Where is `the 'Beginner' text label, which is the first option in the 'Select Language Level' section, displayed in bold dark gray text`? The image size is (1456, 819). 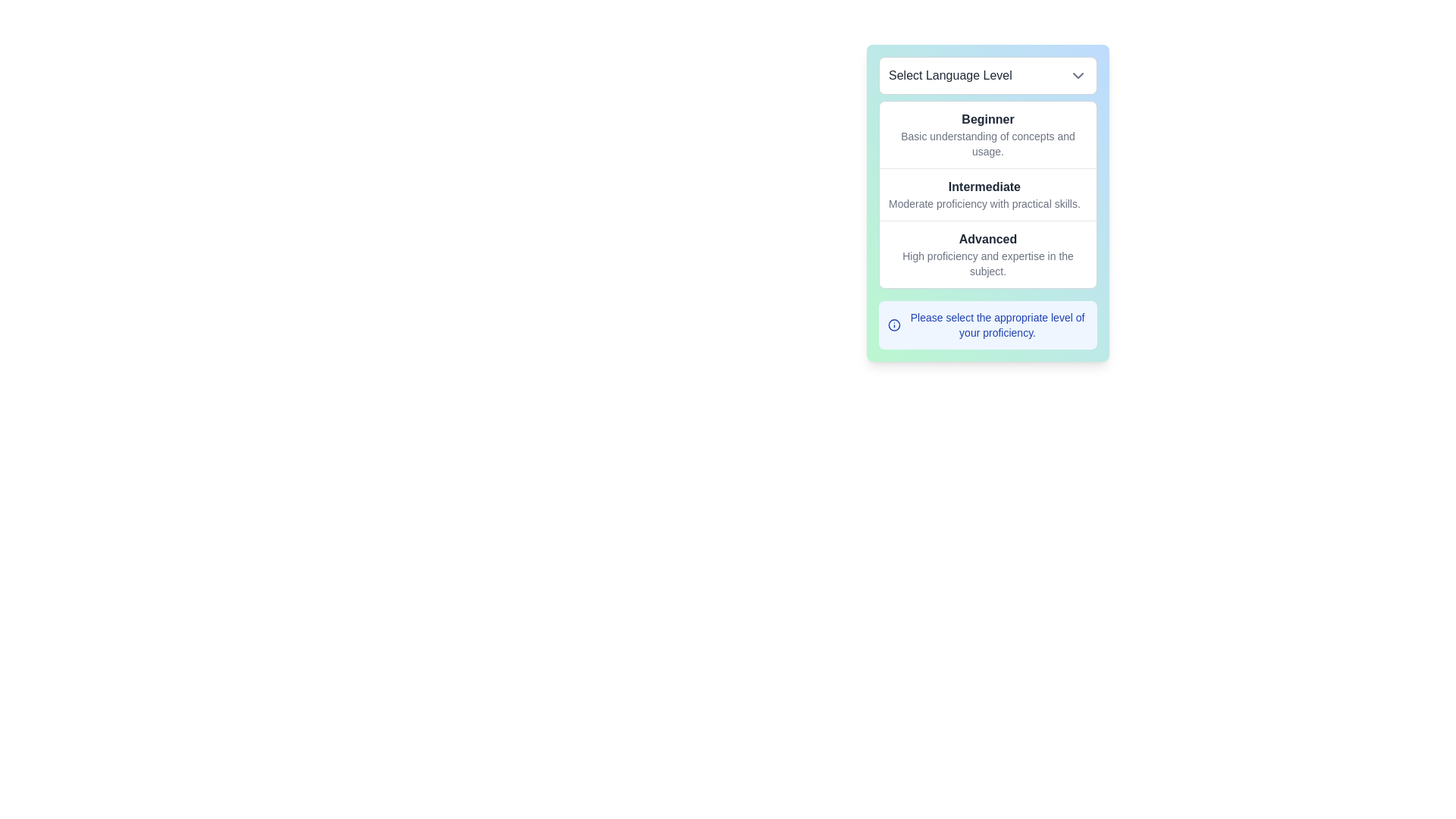 the 'Beginner' text label, which is the first option in the 'Select Language Level' section, displayed in bold dark gray text is located at coordinates (987, 119).